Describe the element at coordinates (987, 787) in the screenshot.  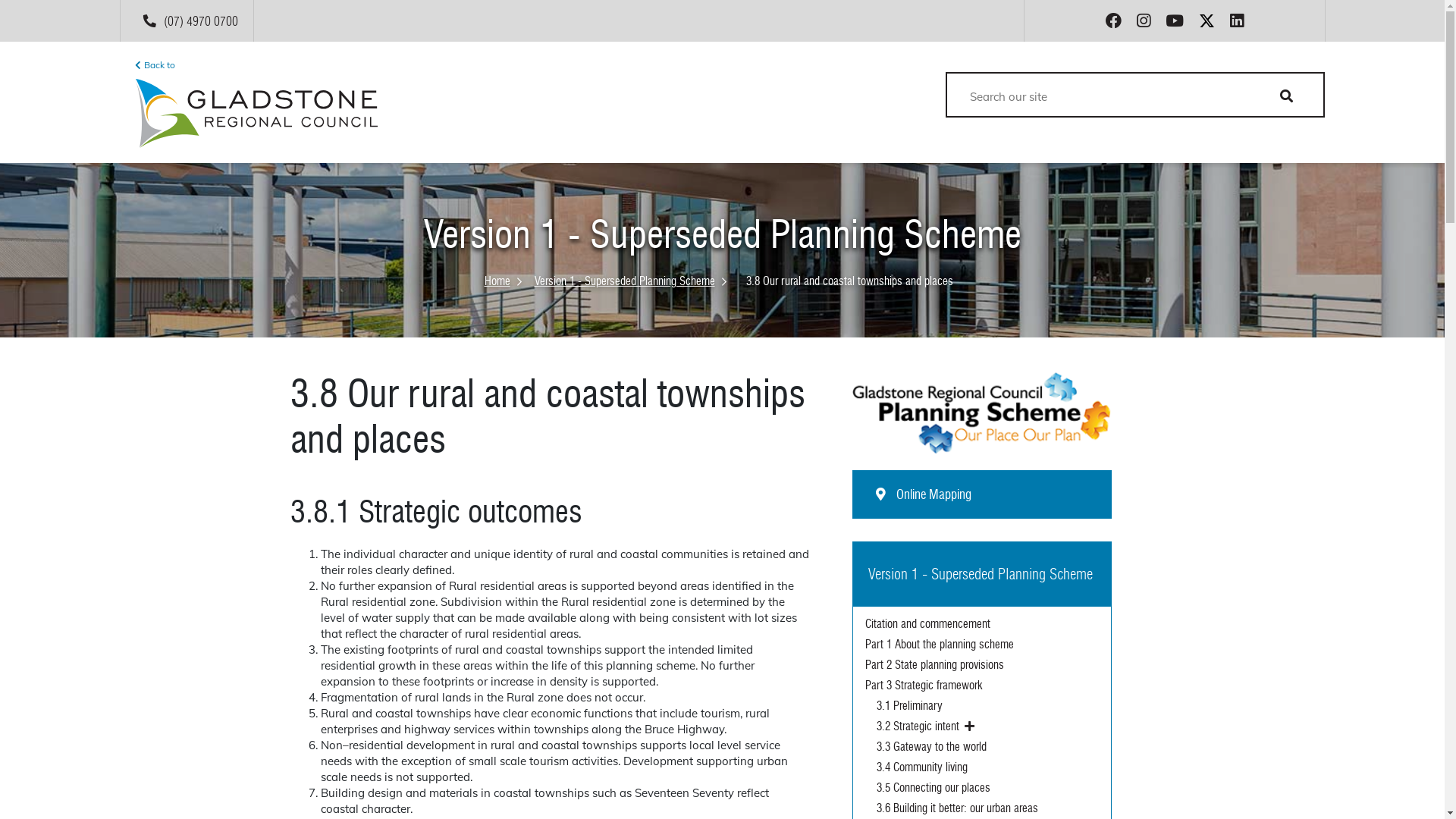
I see `'3.5 Connecting our places'` at that location.